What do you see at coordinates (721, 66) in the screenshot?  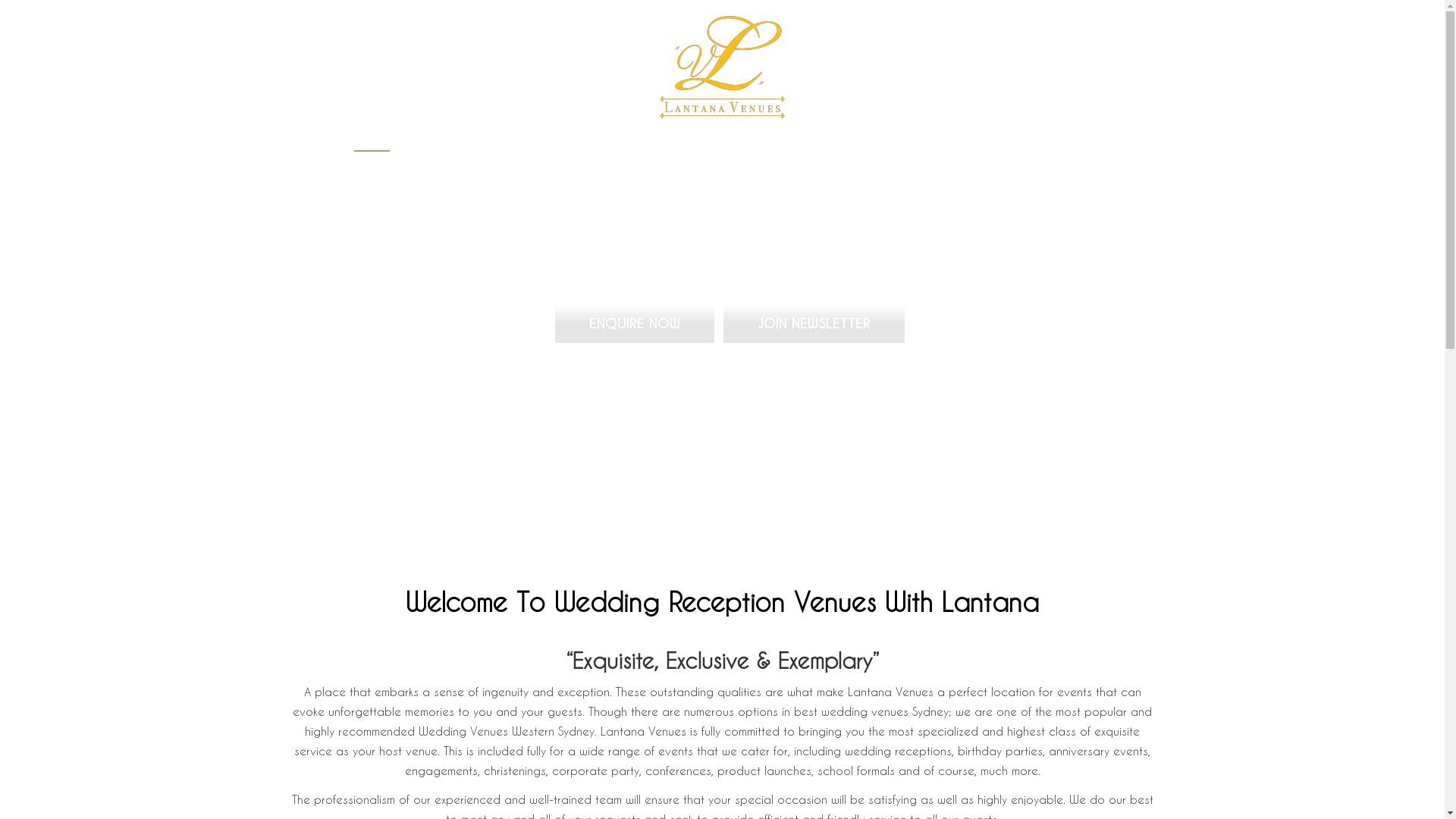 I see `'wedding venues western sydney'` at bounding box center [721, 66].